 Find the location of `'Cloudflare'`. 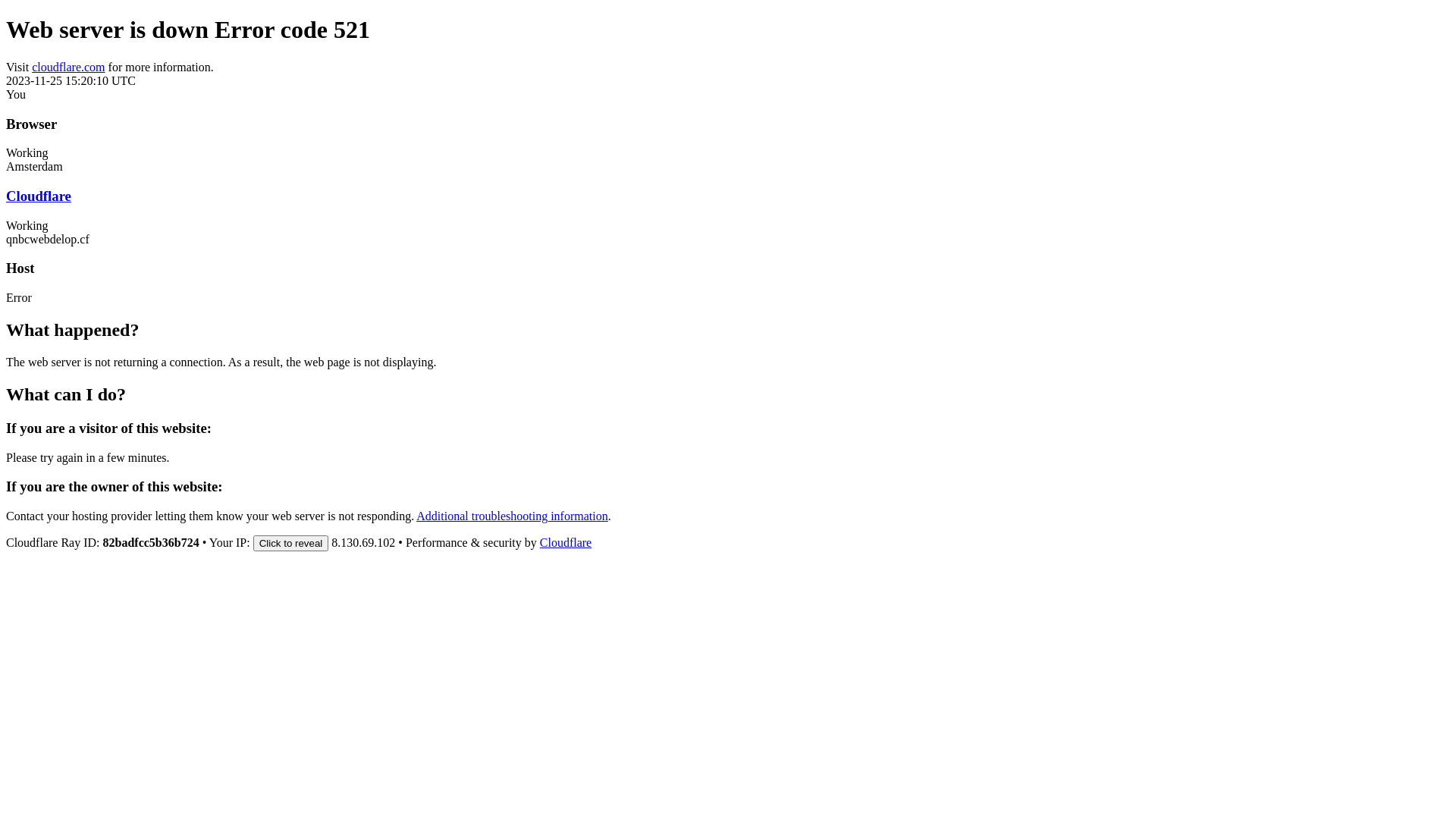

'Cloudflare' is located at coordinates (39, 195).